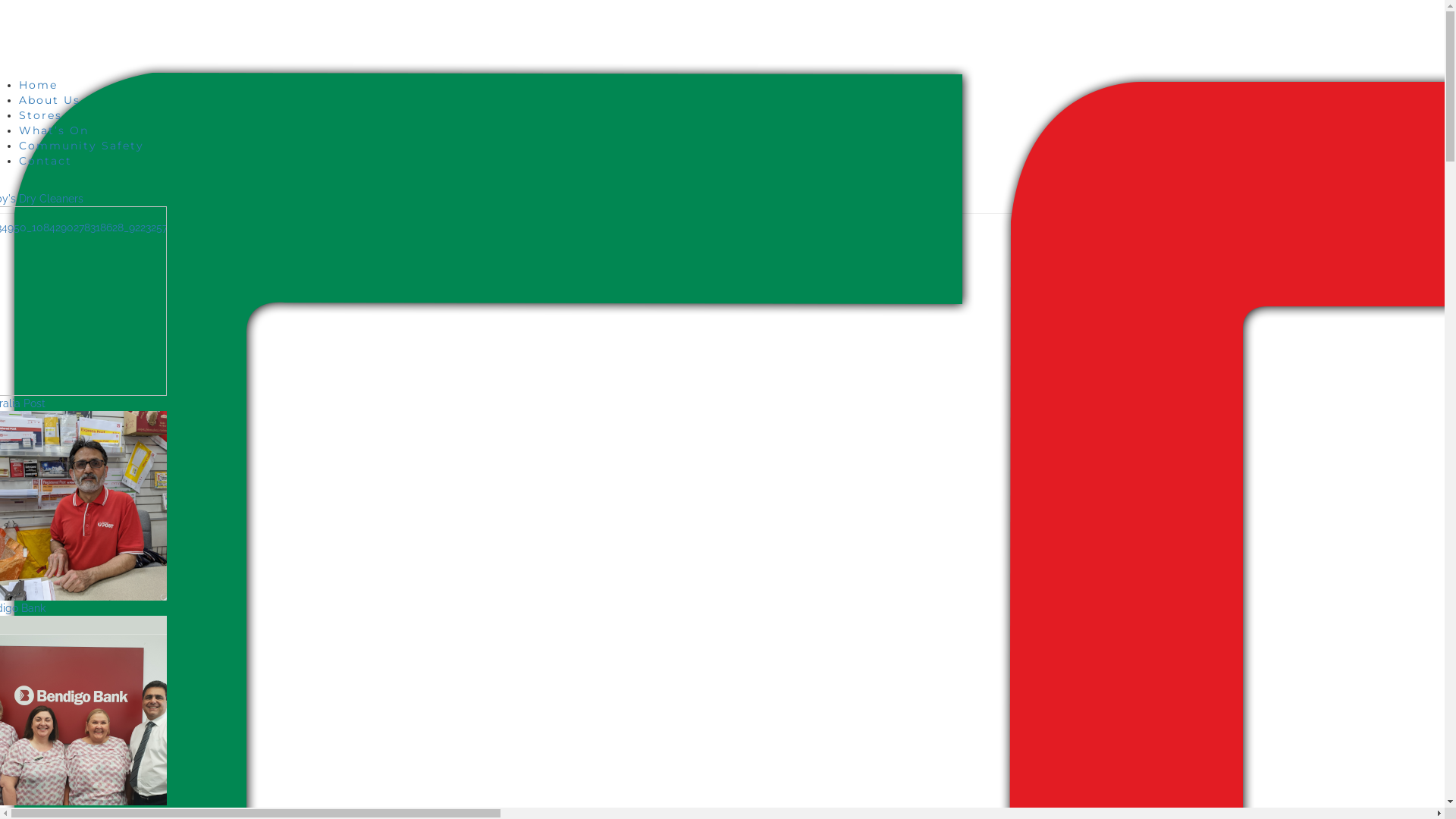 The width and height of the screenshot is (1456, 819). What do you see at coordinates (40, 113) in the screenshot?
I see `'Stores'` at bounding box center [40, 113].